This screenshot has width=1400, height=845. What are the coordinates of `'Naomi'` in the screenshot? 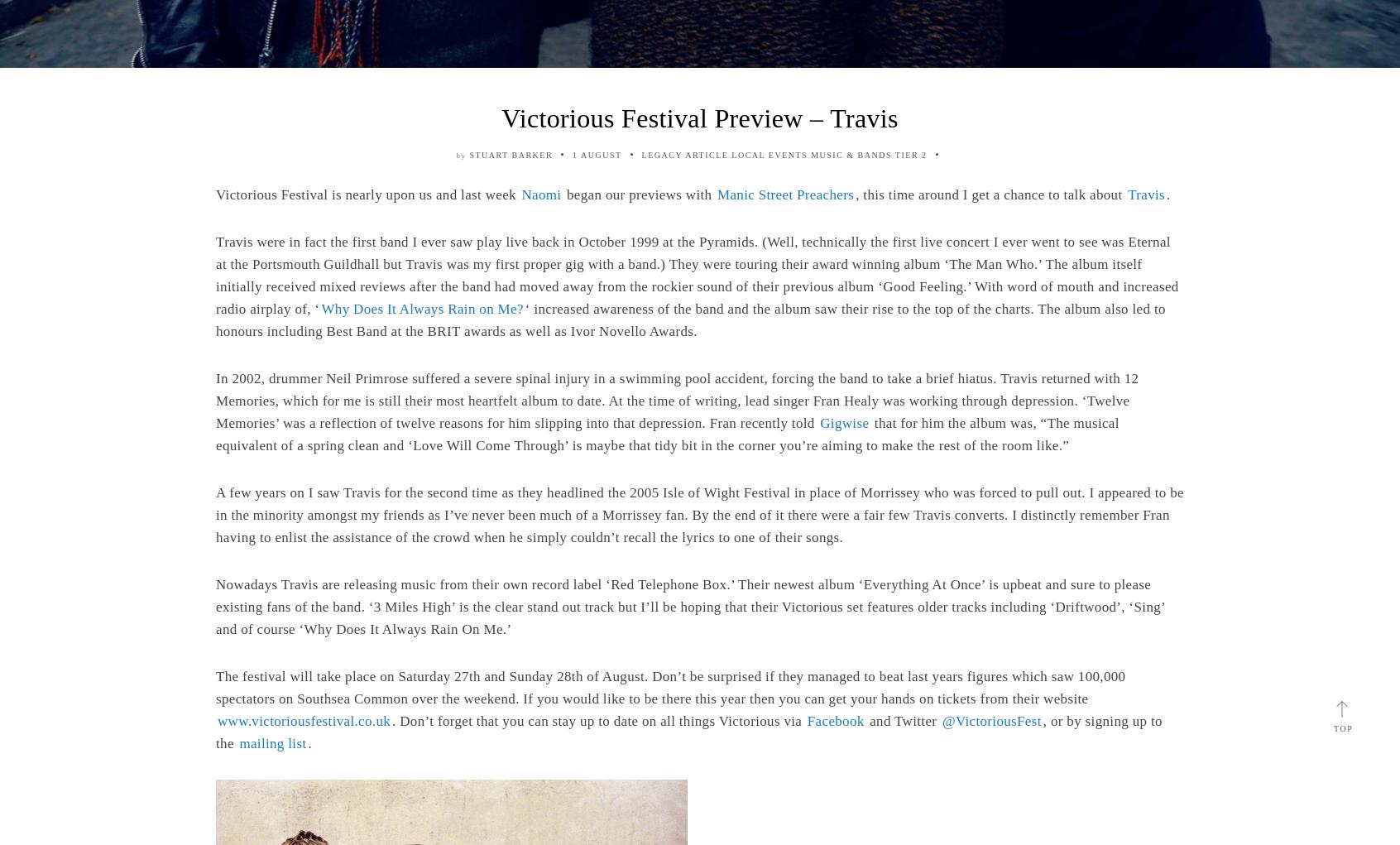 It's located at (540, 194).